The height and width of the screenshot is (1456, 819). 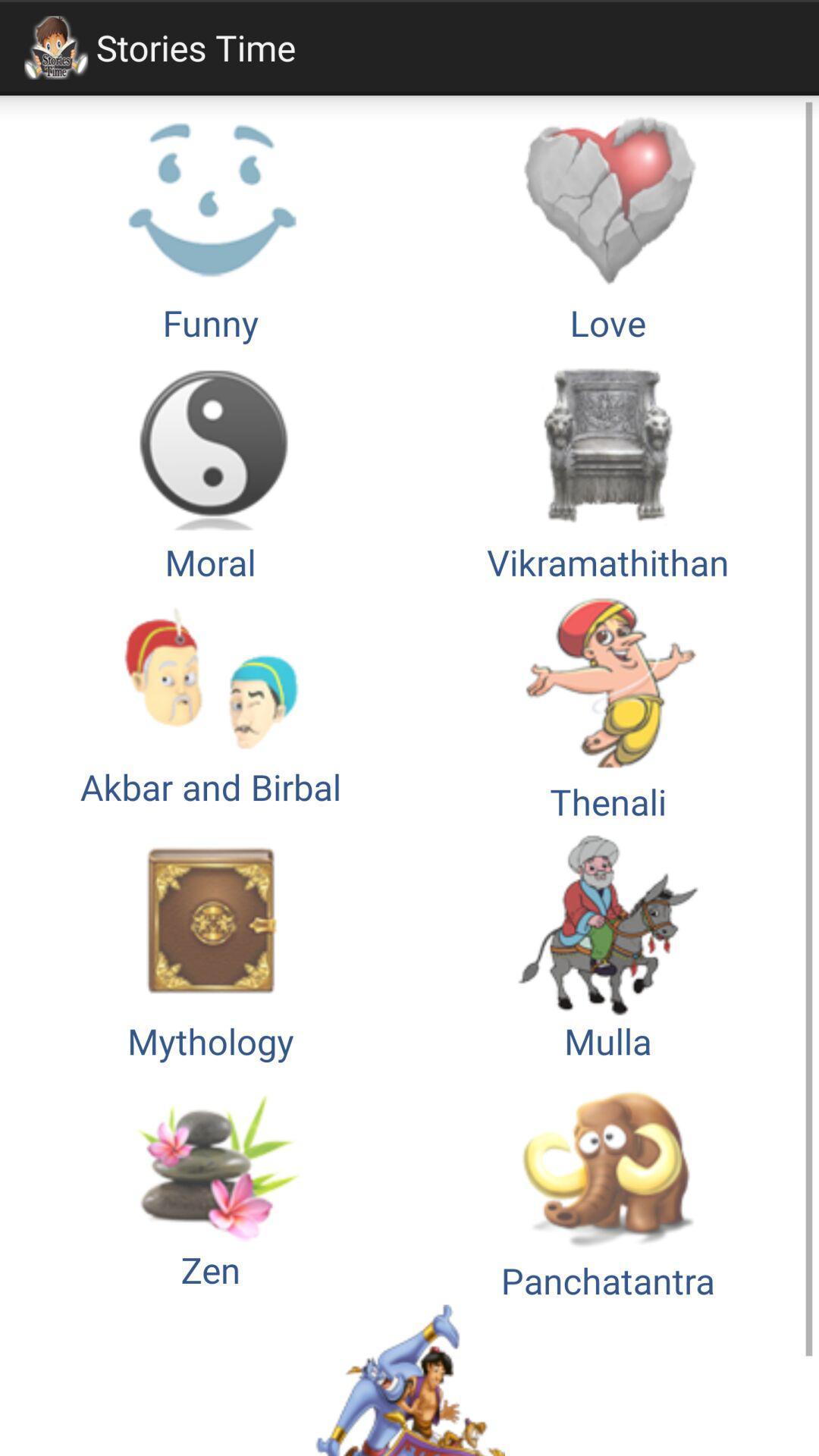 What do you see at coordinates (210, 1184) in the screenshot?
I see `the icon above the tales` at bounding box center [210, 1184].